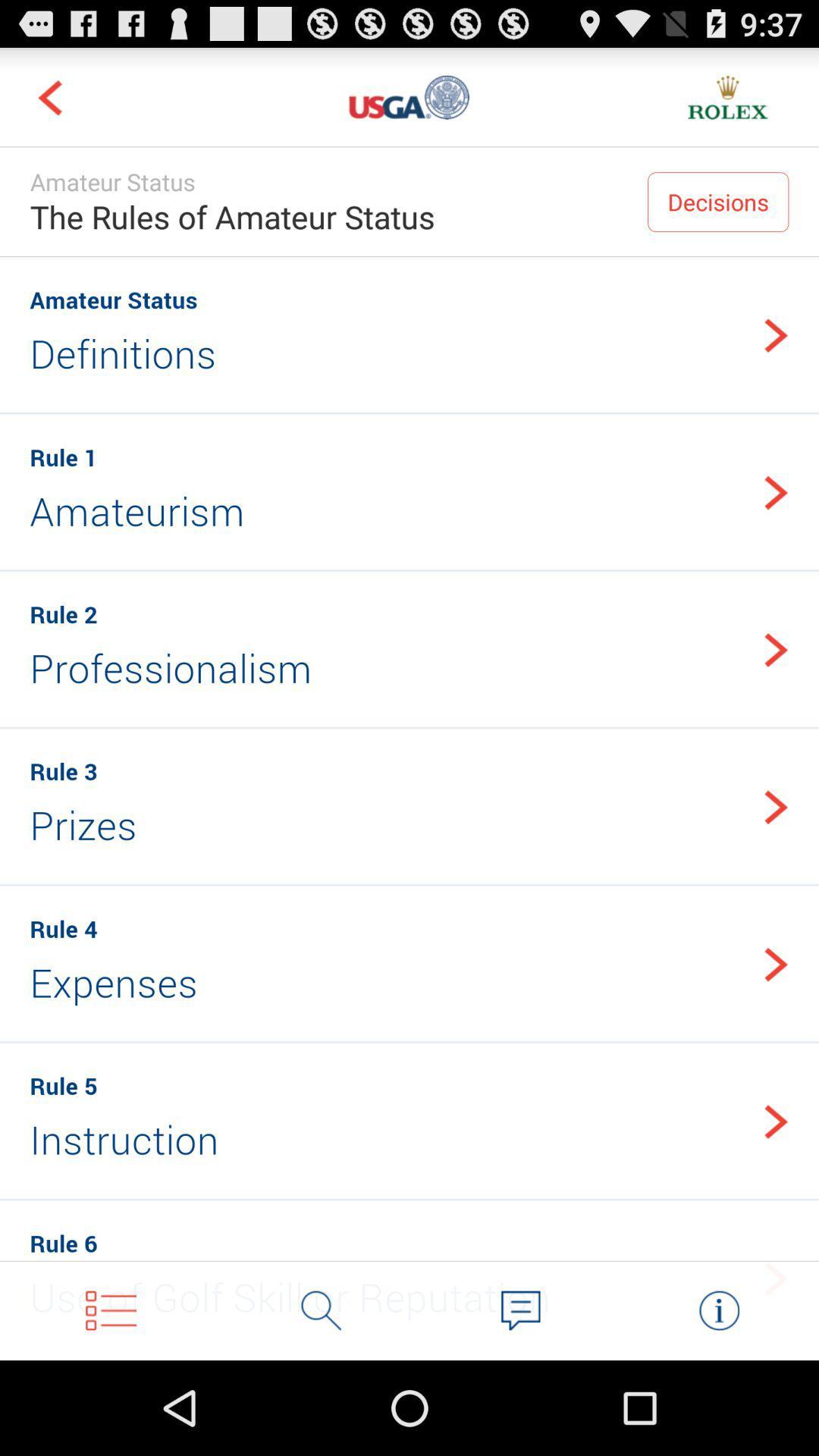 Image resolution: width=819 pixels, height=1456 pixels. I want to click on the arrow_backward icon, so click(49, 103).